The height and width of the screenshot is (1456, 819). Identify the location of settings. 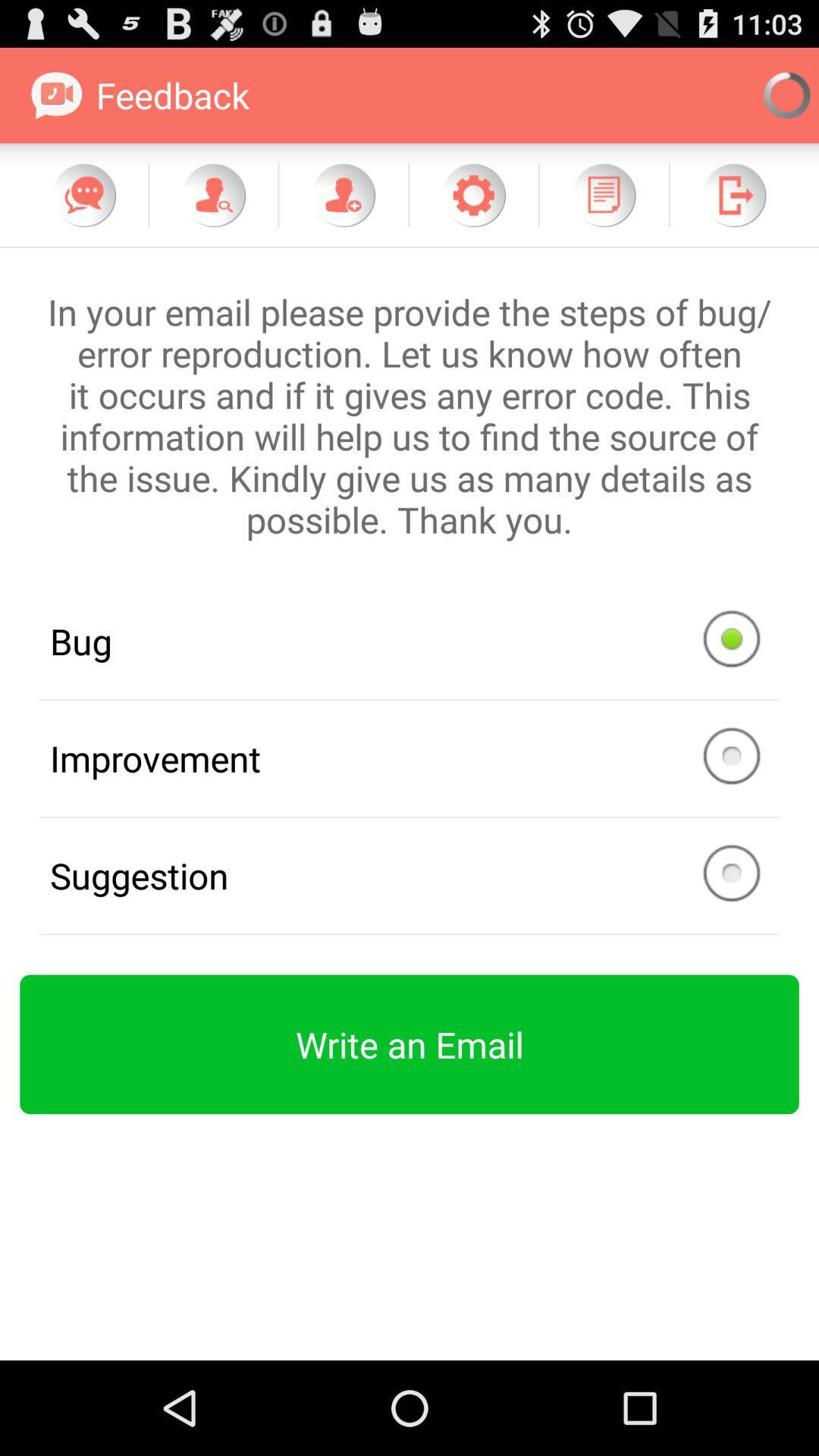
(472, 194).